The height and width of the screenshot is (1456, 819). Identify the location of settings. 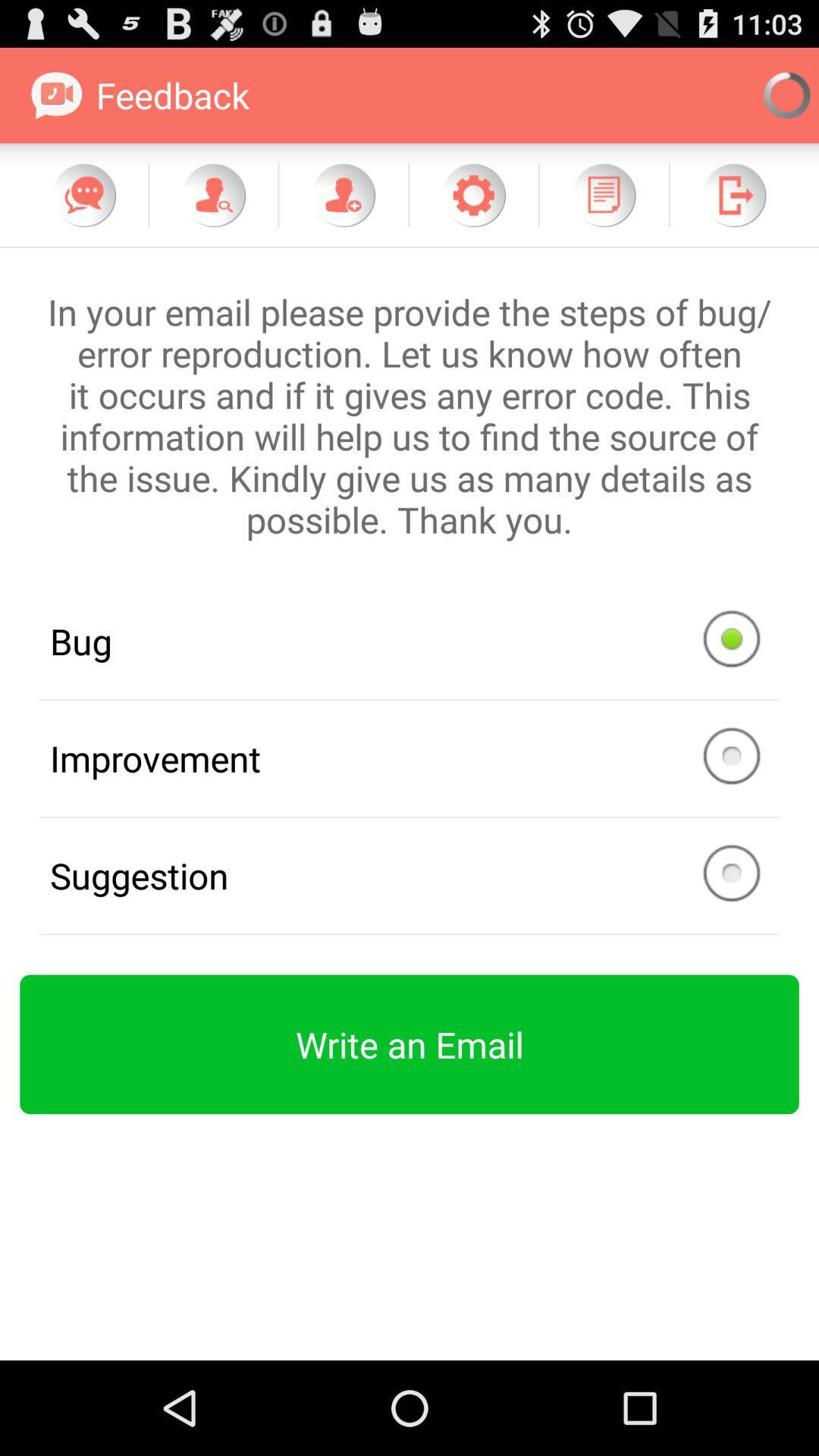
(472, 194).